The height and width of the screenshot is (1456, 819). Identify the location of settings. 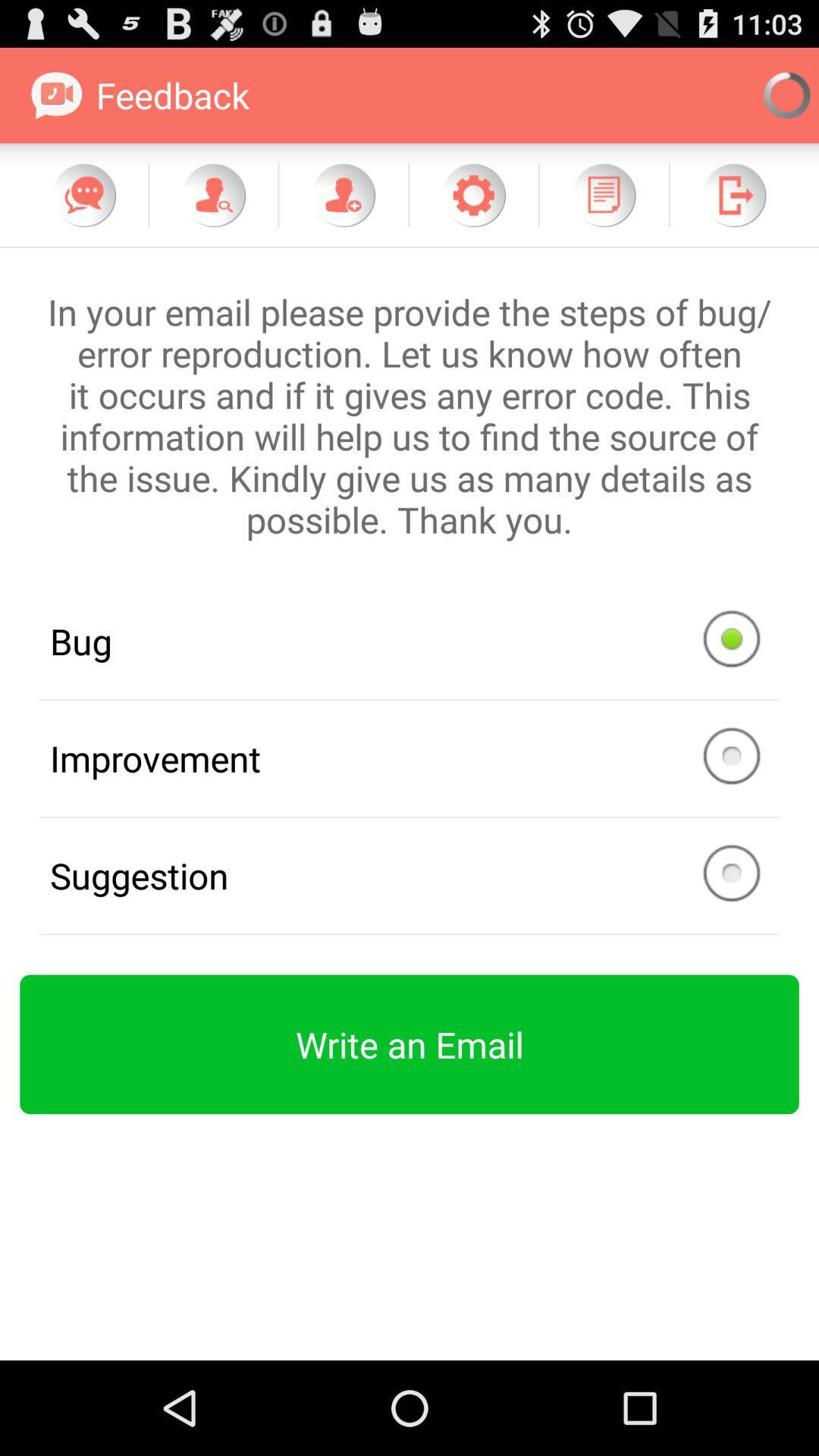
(472, 194).